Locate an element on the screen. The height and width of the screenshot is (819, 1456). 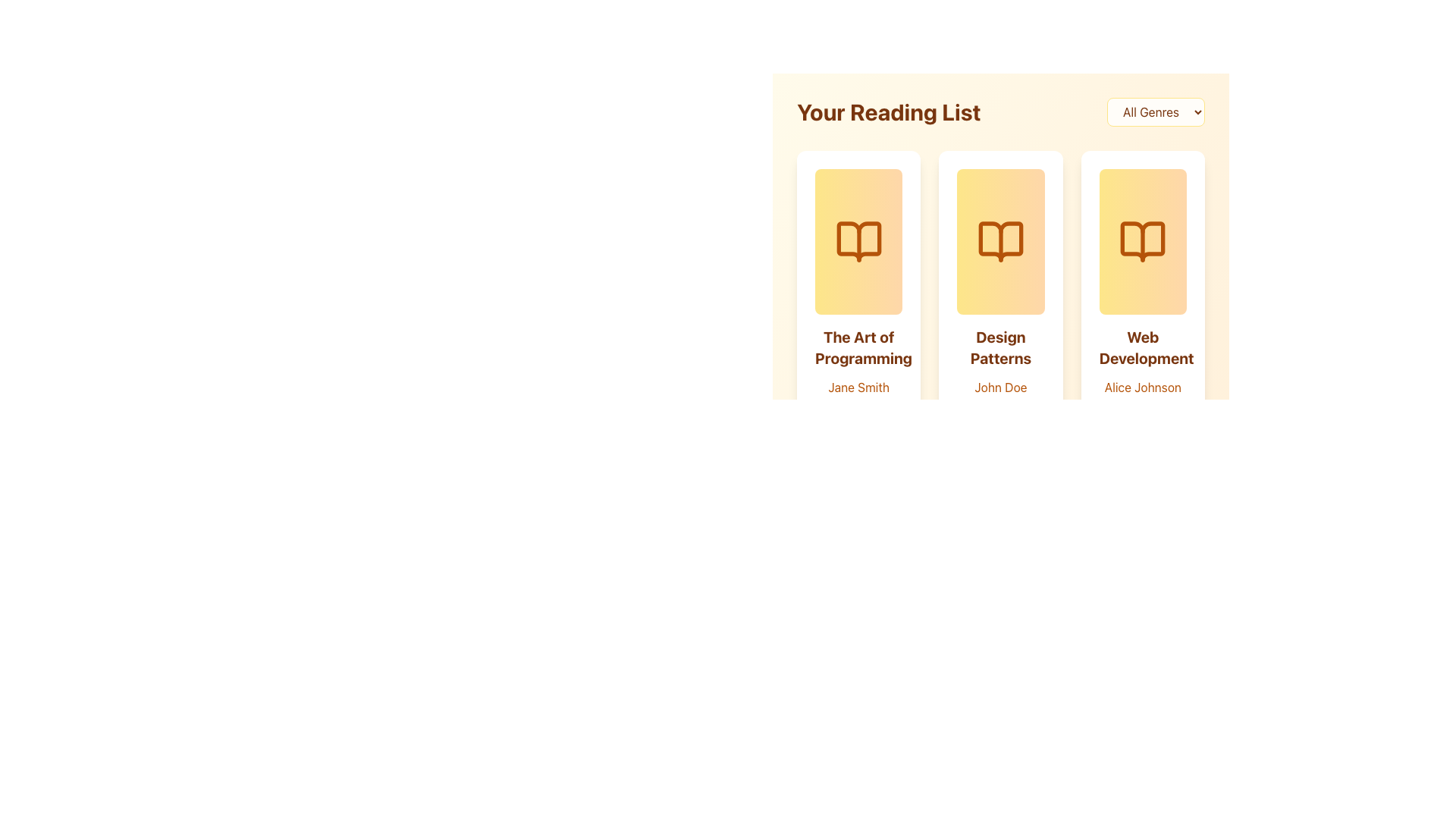
the first textual block in the 'Your Reading List' section is located at coordinates (858, 393).